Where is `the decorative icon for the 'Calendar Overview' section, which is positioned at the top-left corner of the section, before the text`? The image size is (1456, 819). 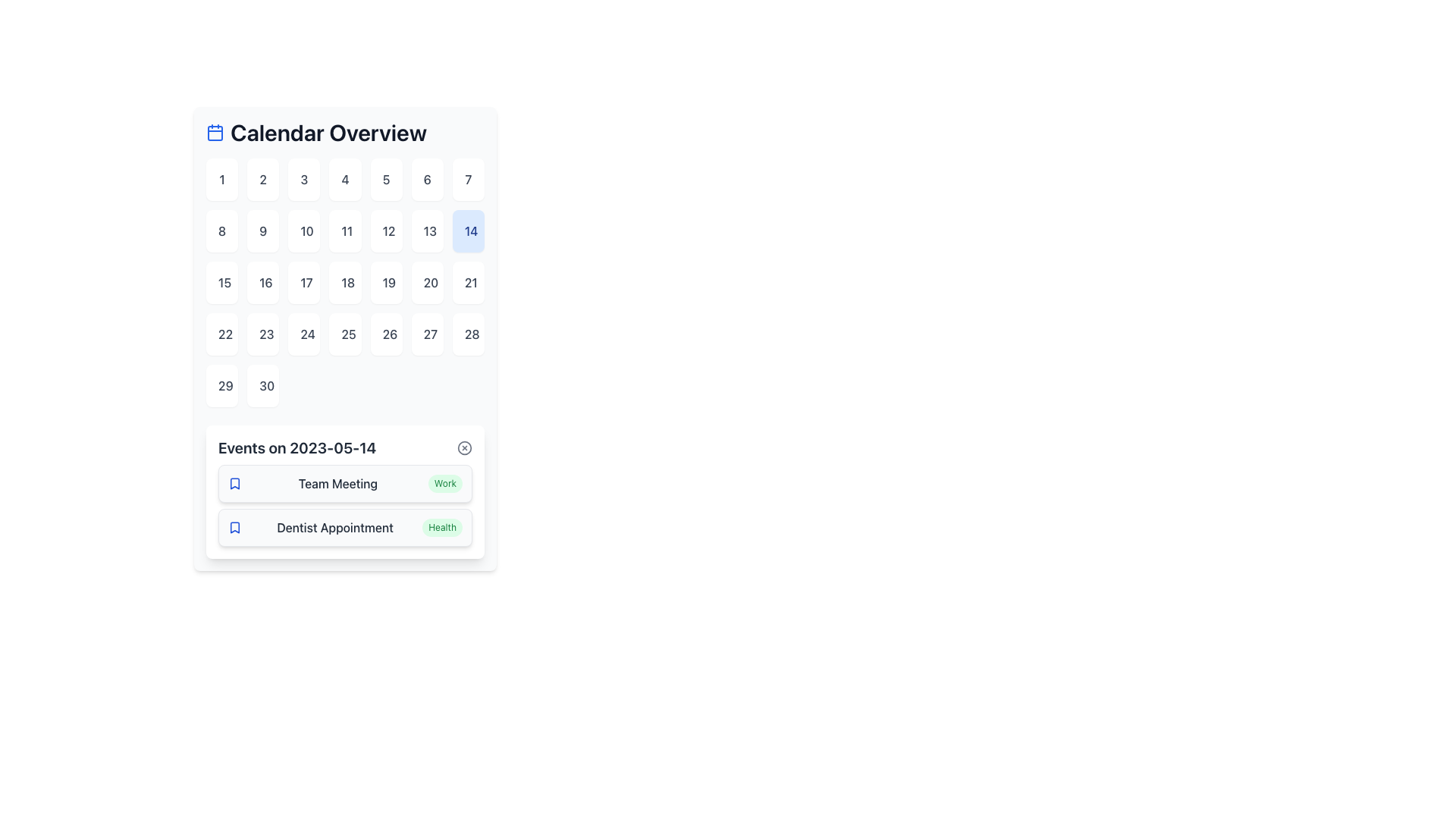
the decorative icon for the 'Calendar Overview' section, which is positioned at the top-left corner of the section, before the text is located at coordinates (214, 131).